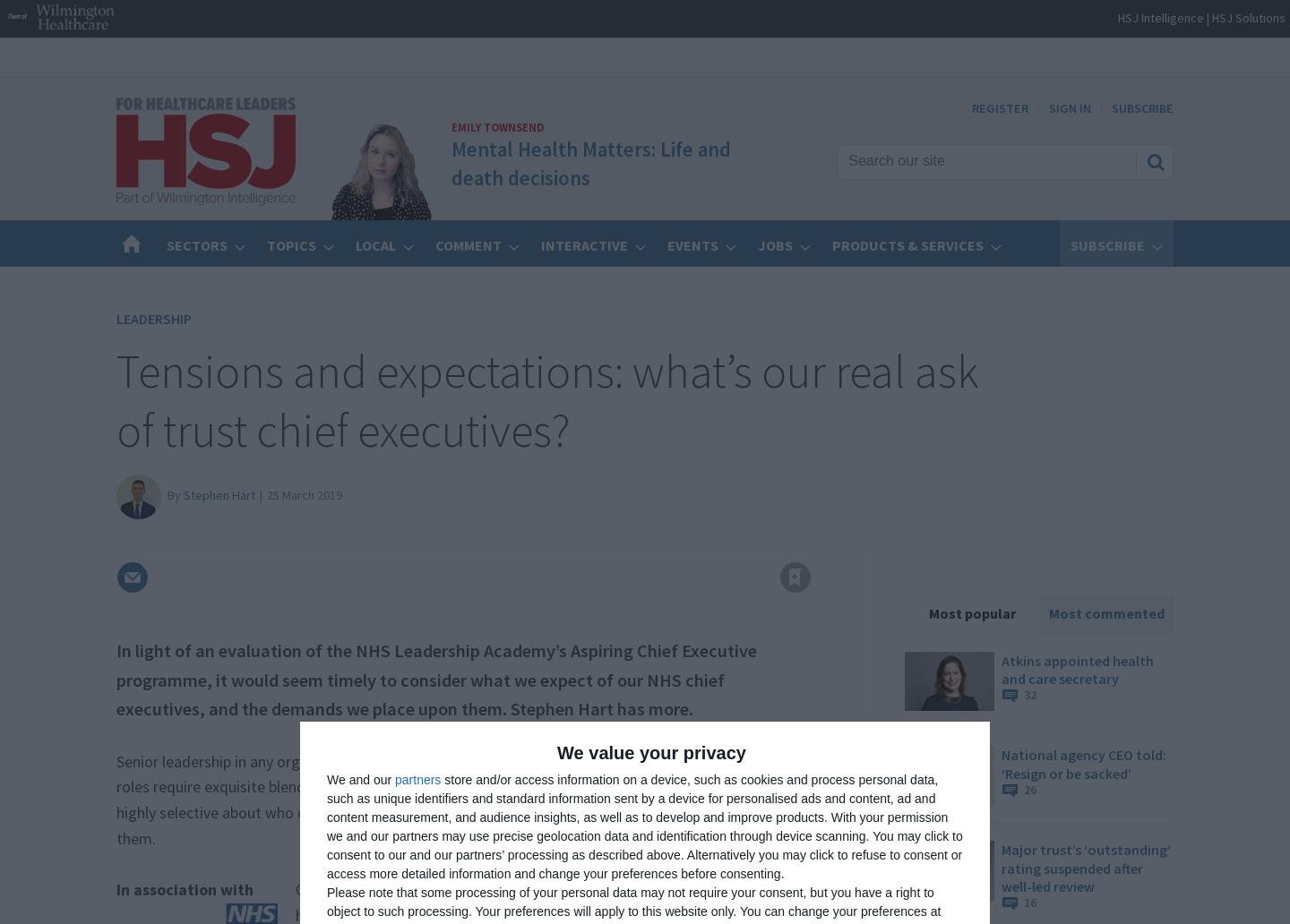  What do you see at coordinates (185, 887) in the screenshot?
I see `'In association with'` at bounding box center [185, 887].